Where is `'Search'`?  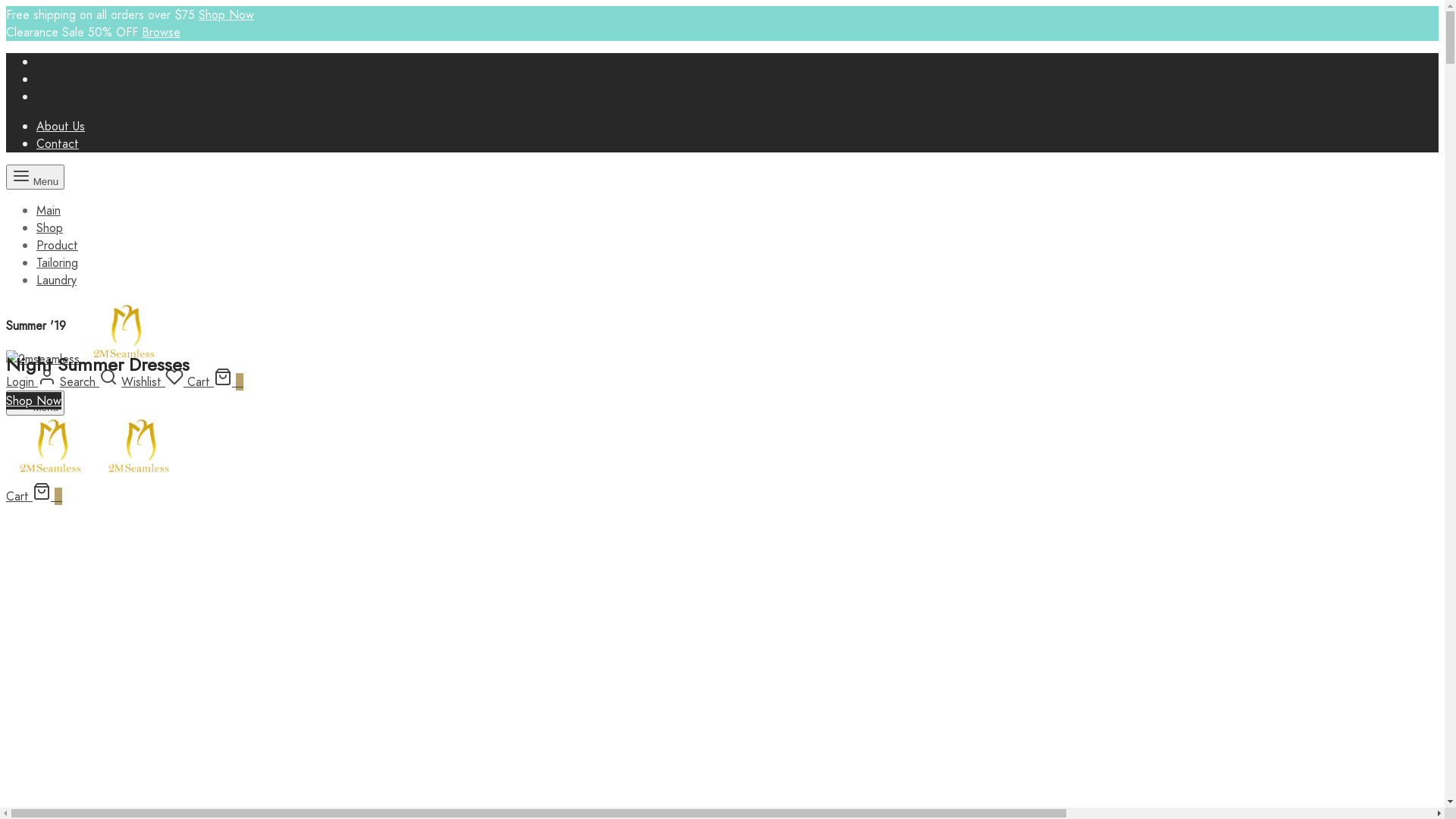 'Search' is located at coordinates (87, 381).